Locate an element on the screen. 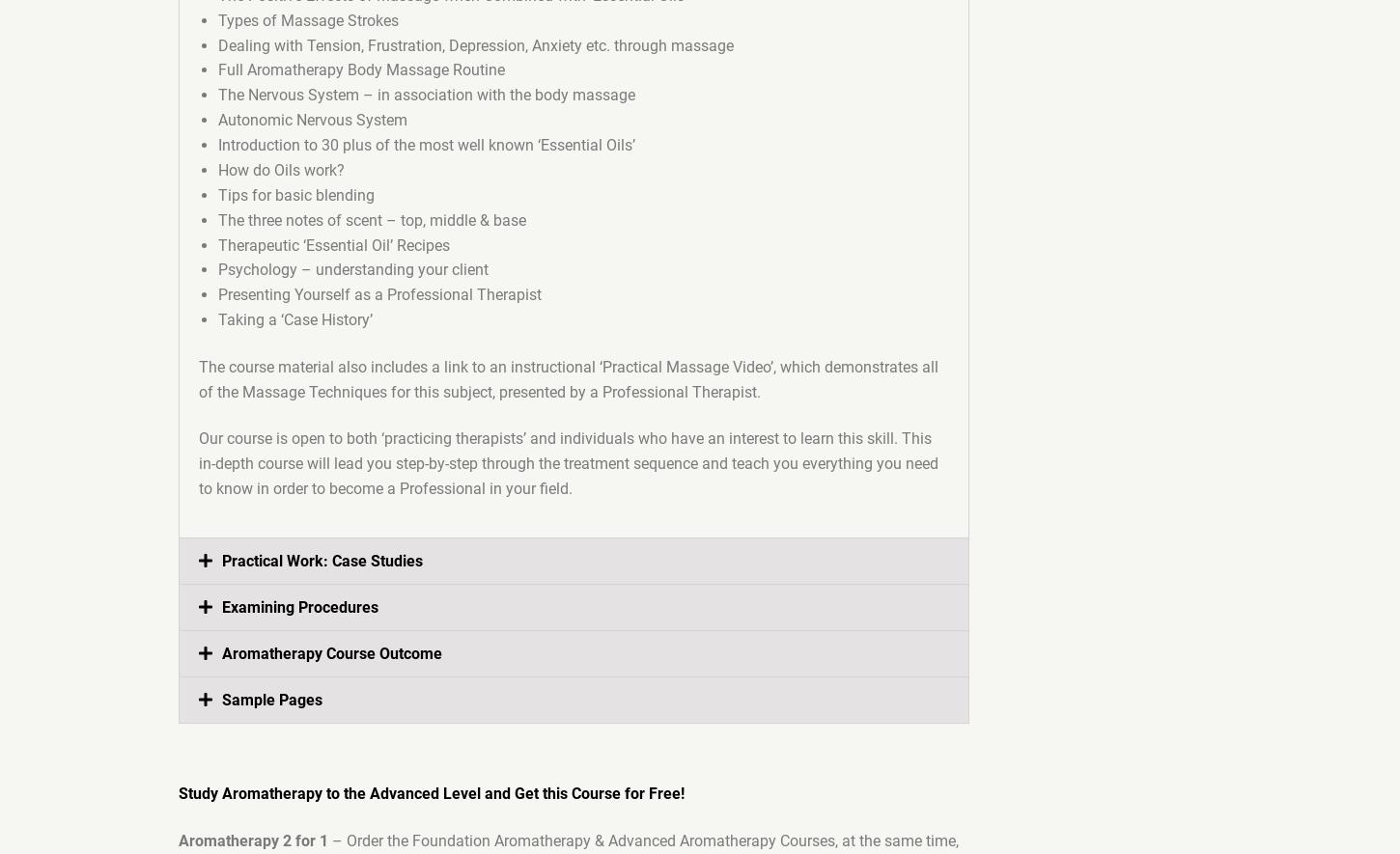 This screenshot has width=1400, height=854. 'The three notes of scent – top, middle & base' is located at coordinates (371, 218).